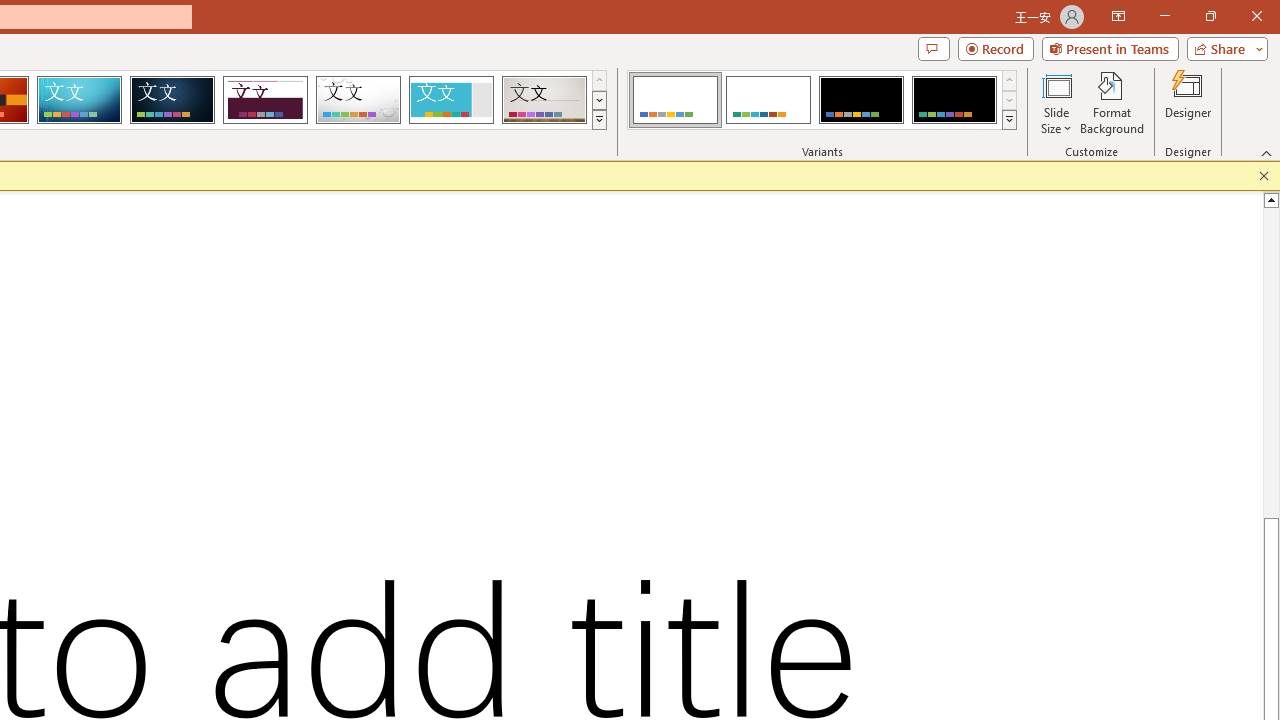 The width and height of the screenshot is (1280, 720). What do you see at coordinates (767, 100) in the screenshot?
I see `'Office Theme Variant 2'` at bounding box center [767, 100].